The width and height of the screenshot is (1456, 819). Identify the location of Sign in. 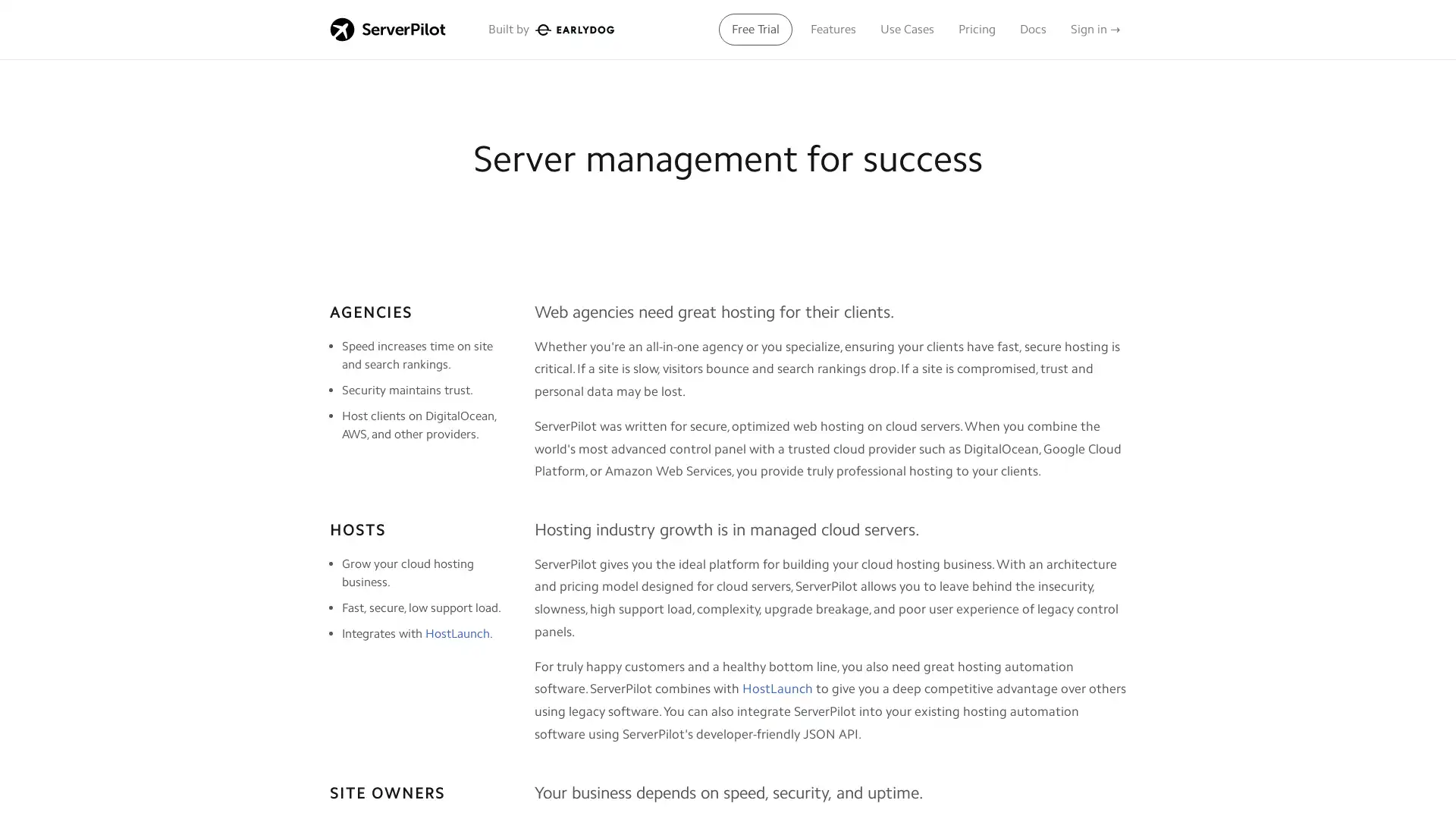
(1095, 29).